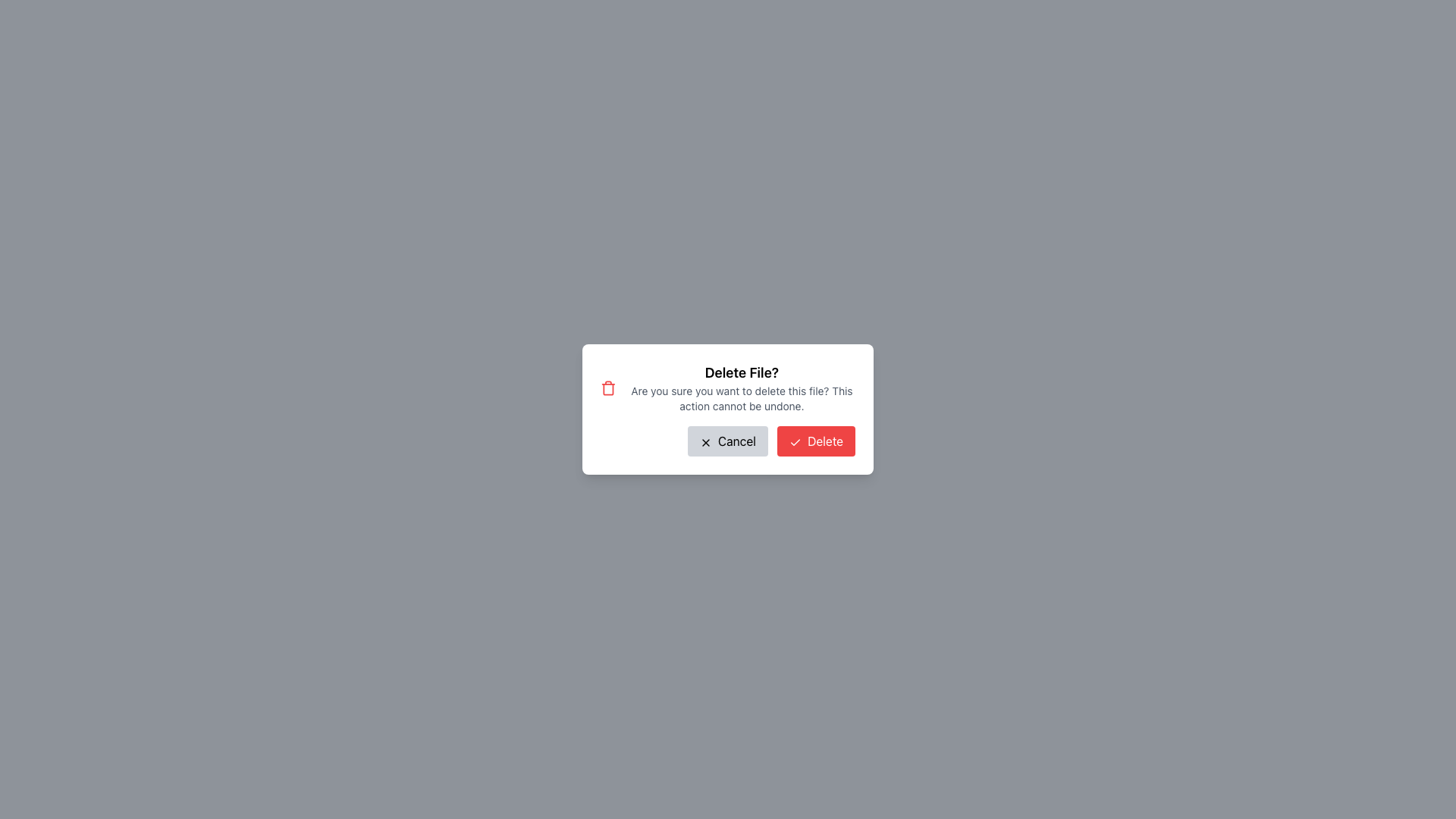  What do you see at coordinates (726, 441) in the screenshot?
I see `the 'Cancel' button, which is a rectangular button with rounded corners, grey background, black border, and labeled 'Cancel' with an 'X' icon on its left side` at bounding box center [726, 441].